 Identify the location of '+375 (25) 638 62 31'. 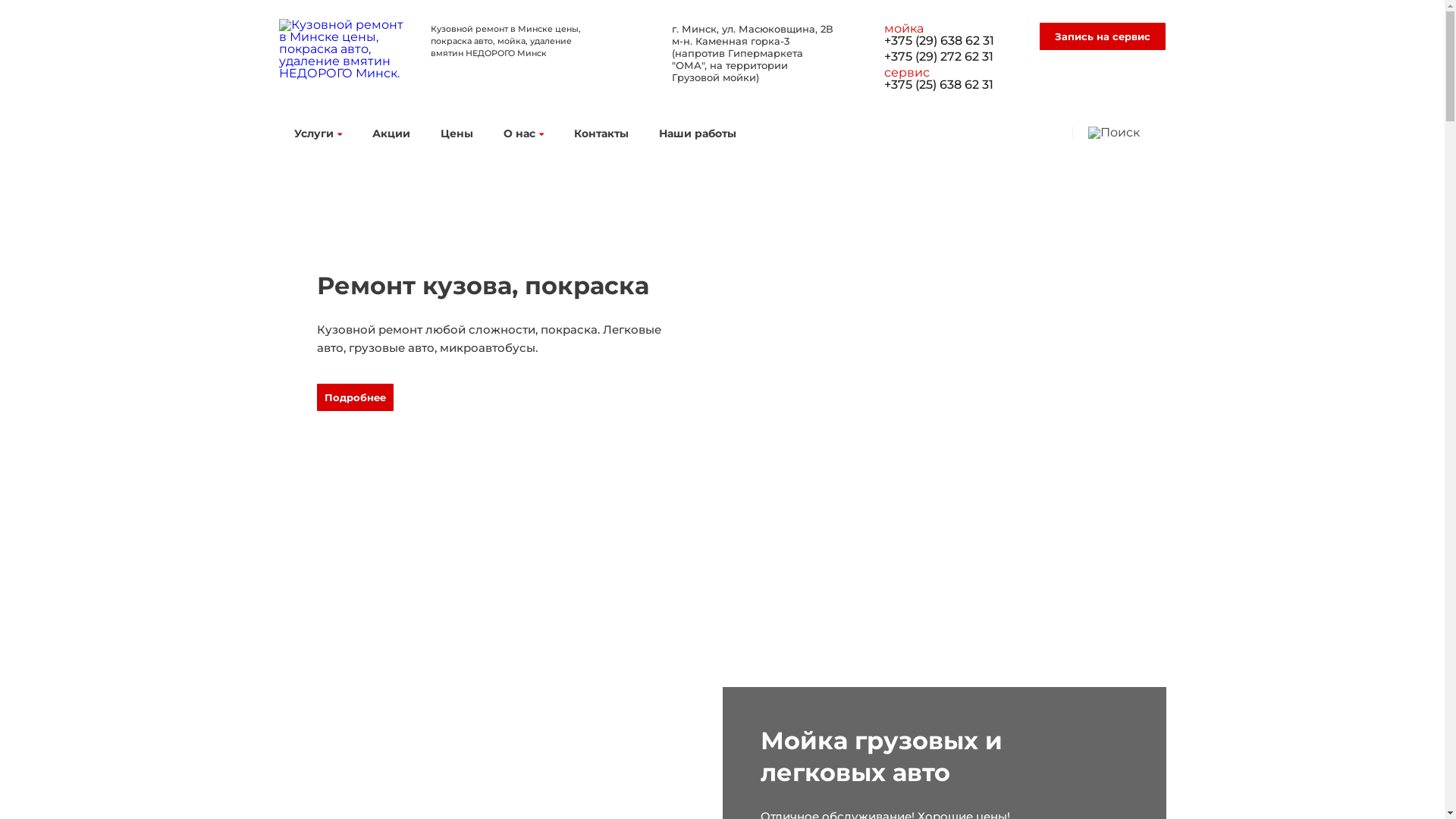
(949, 91).